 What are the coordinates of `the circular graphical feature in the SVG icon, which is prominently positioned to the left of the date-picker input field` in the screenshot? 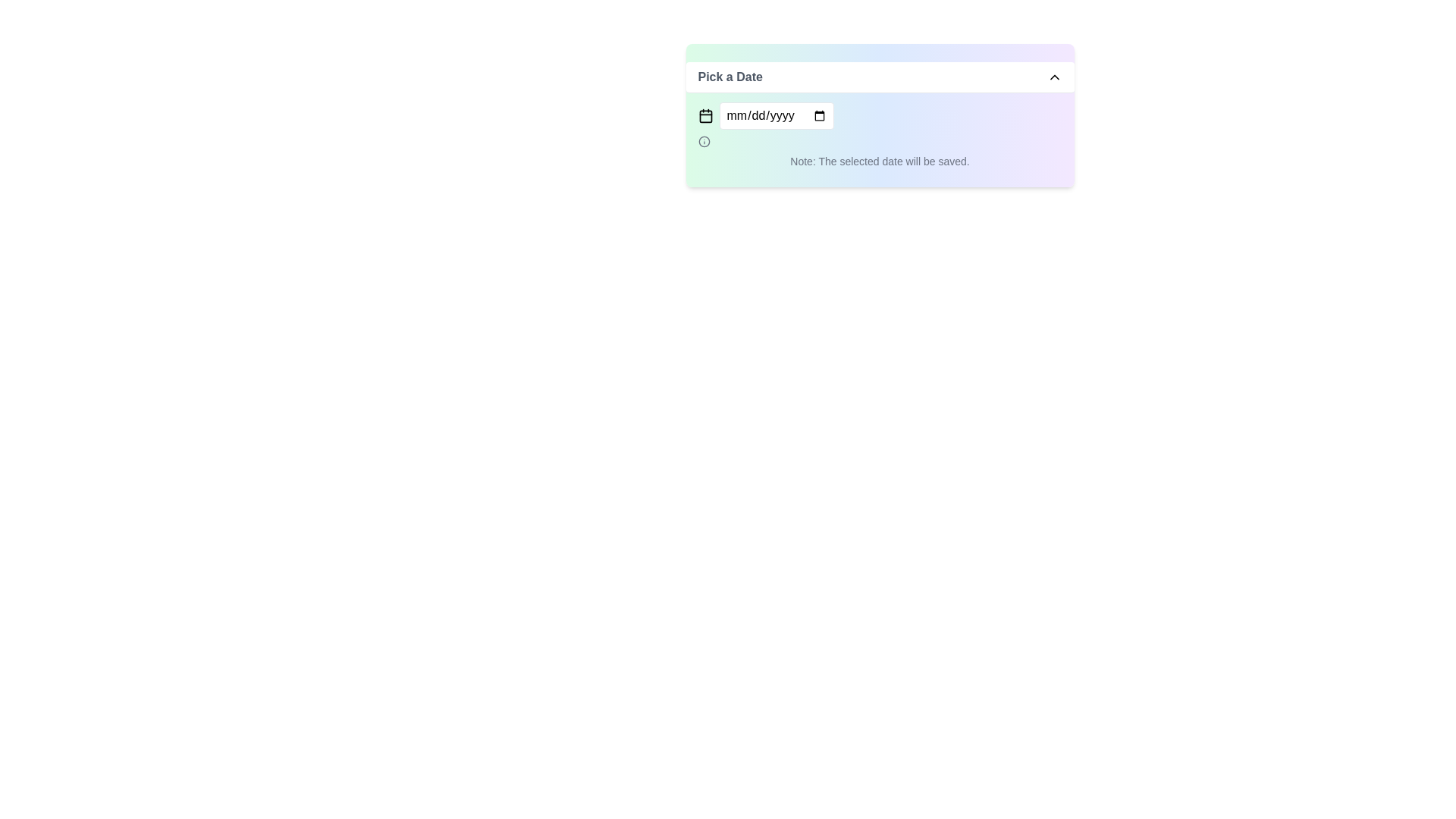 It's located at (703, 141).